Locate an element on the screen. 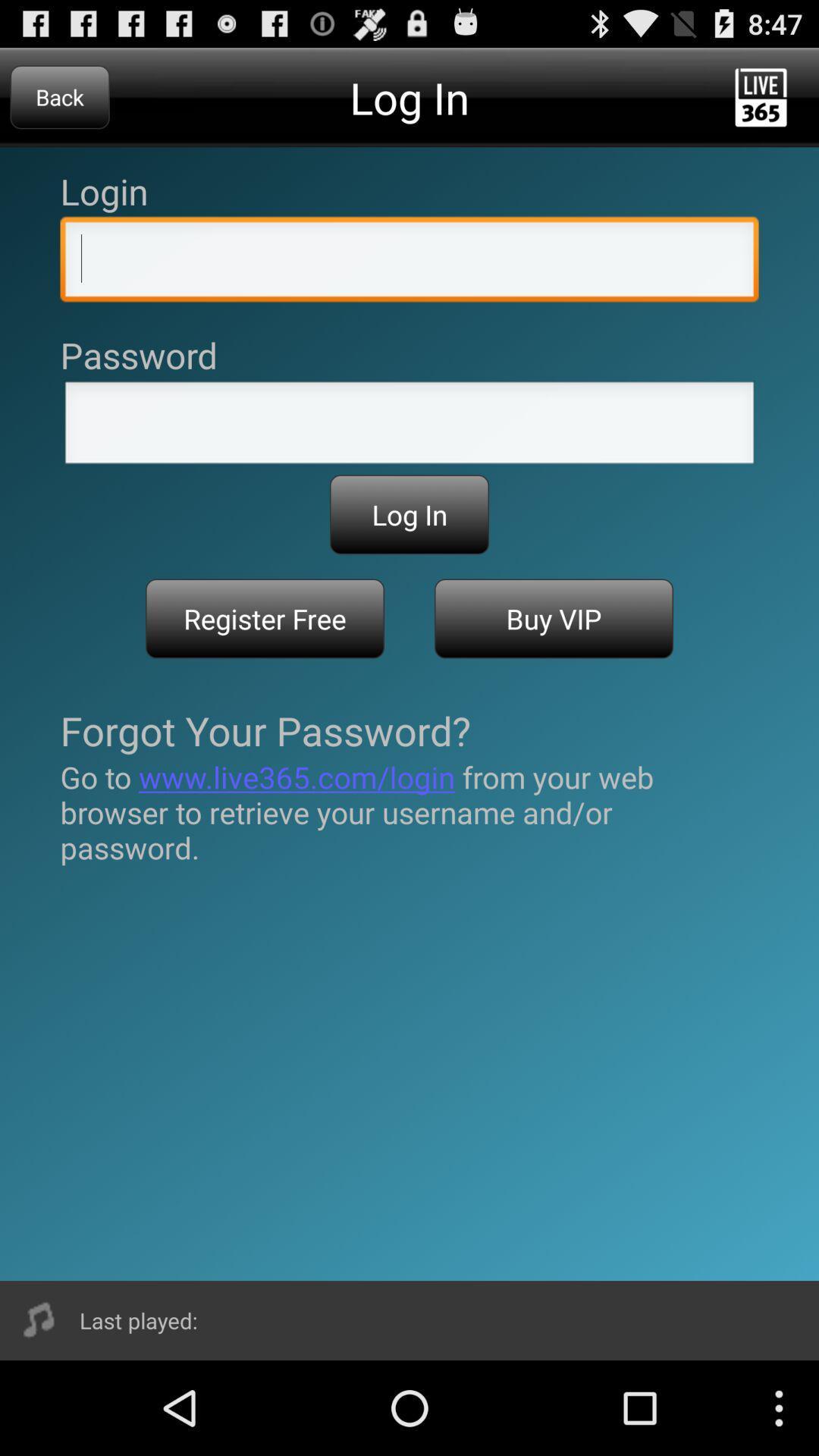  item above the forgot your password? item is located at coordinates (264, 619).